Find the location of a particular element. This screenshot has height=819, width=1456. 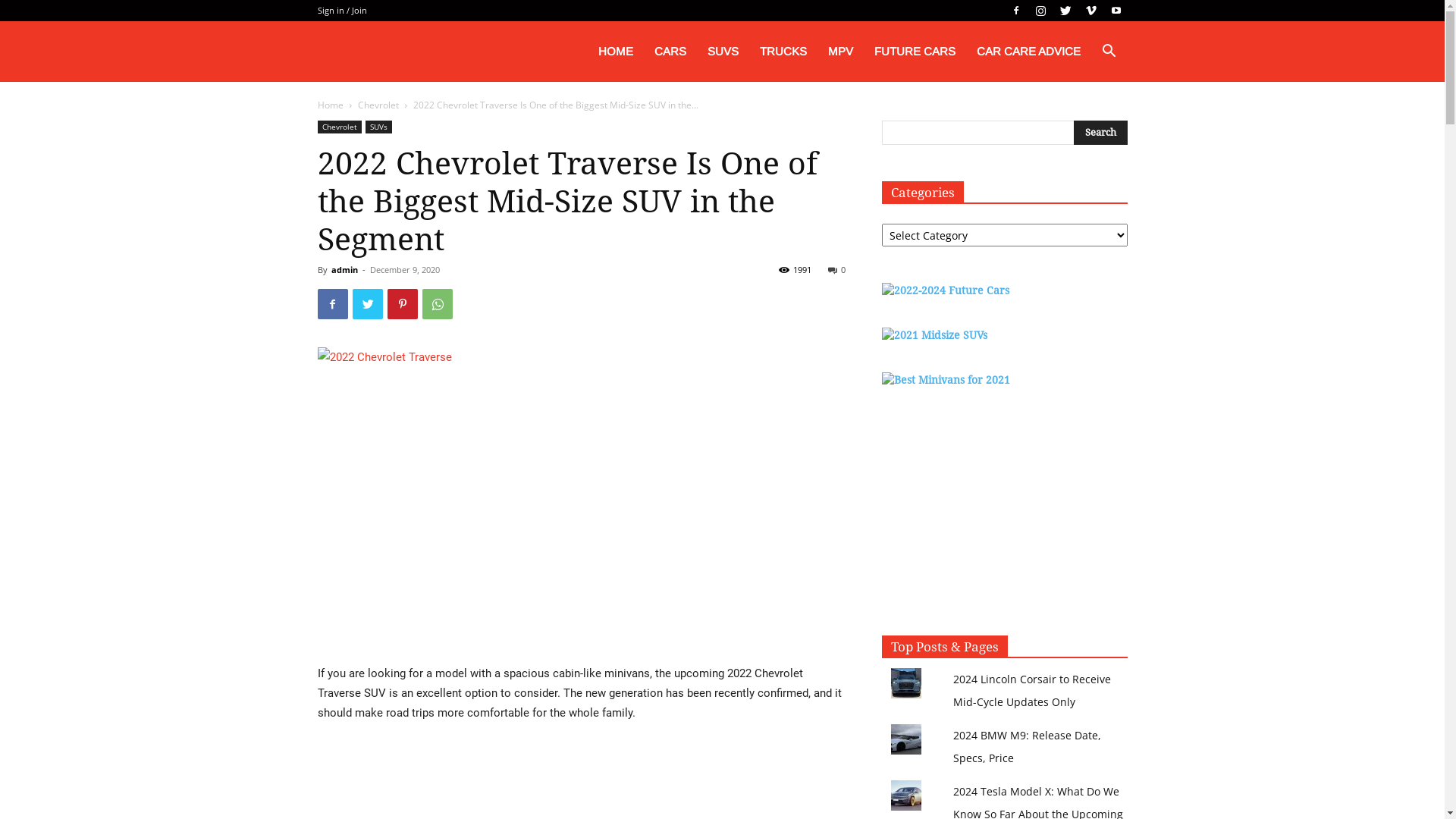

'SUVs' is located at coordinates (365, 126).